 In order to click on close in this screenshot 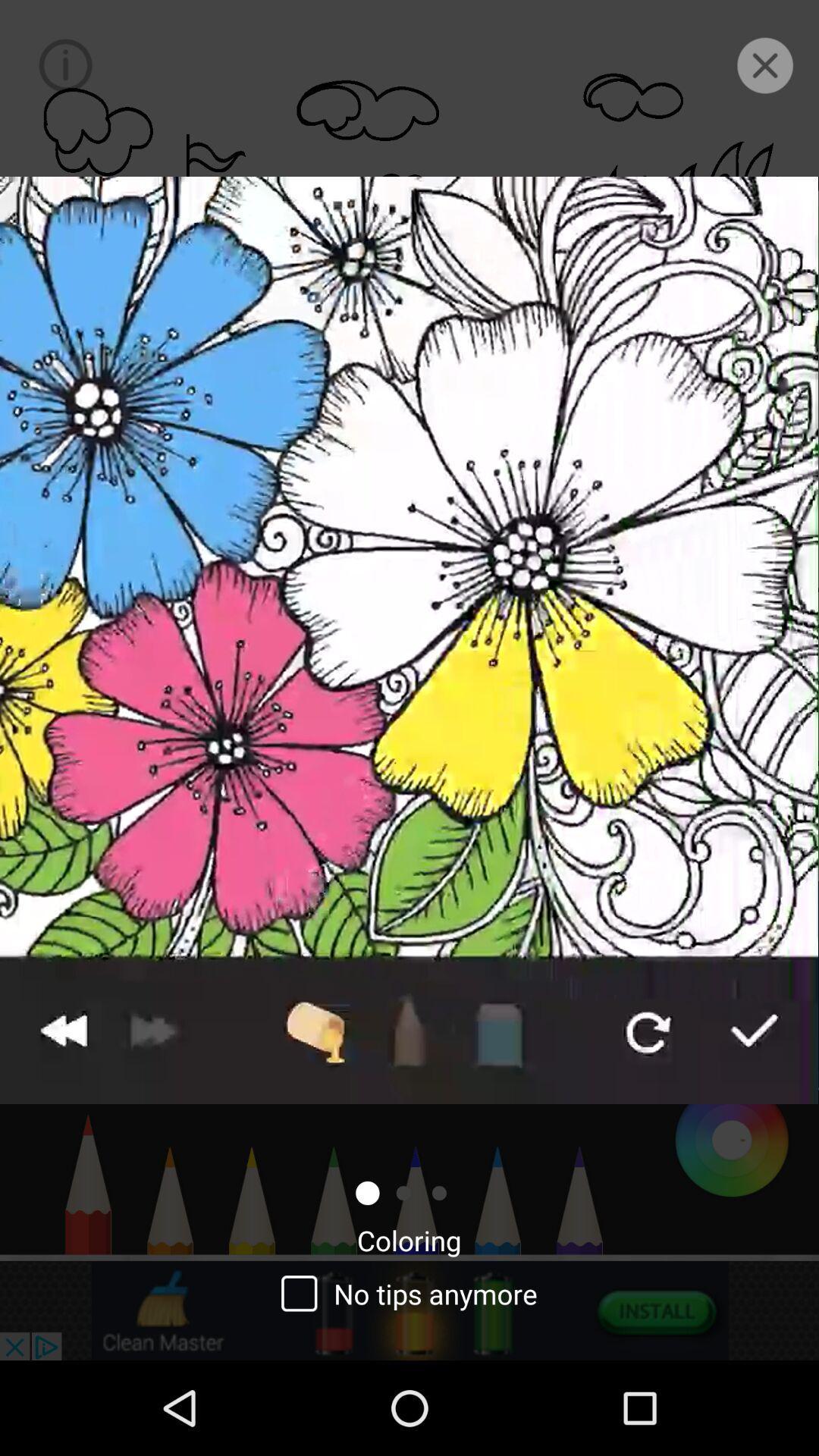, I will do `click(765, 64)`.